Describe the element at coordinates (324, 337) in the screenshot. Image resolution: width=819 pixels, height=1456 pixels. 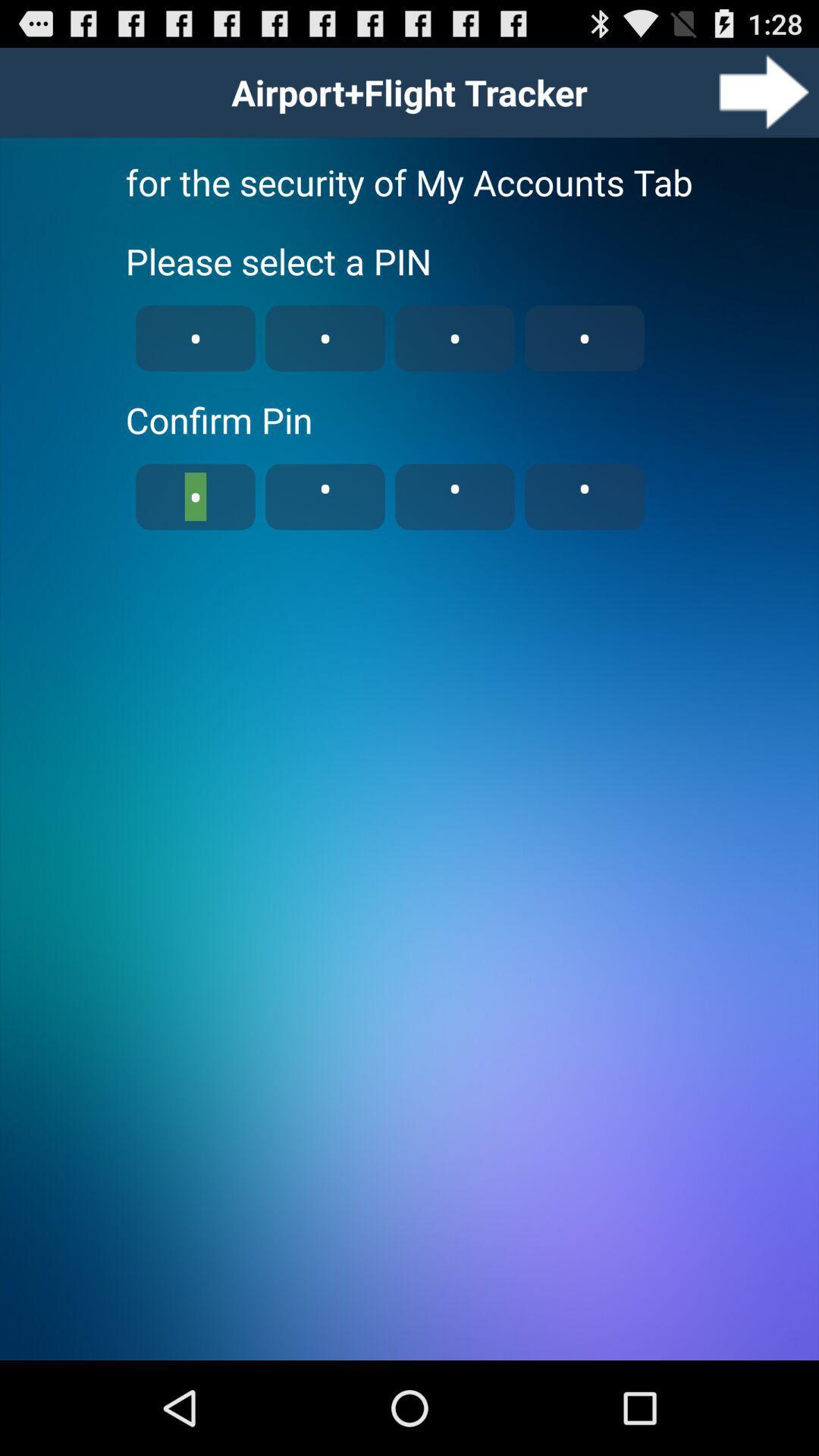
I see `the second code box below please select a pin` at that location.